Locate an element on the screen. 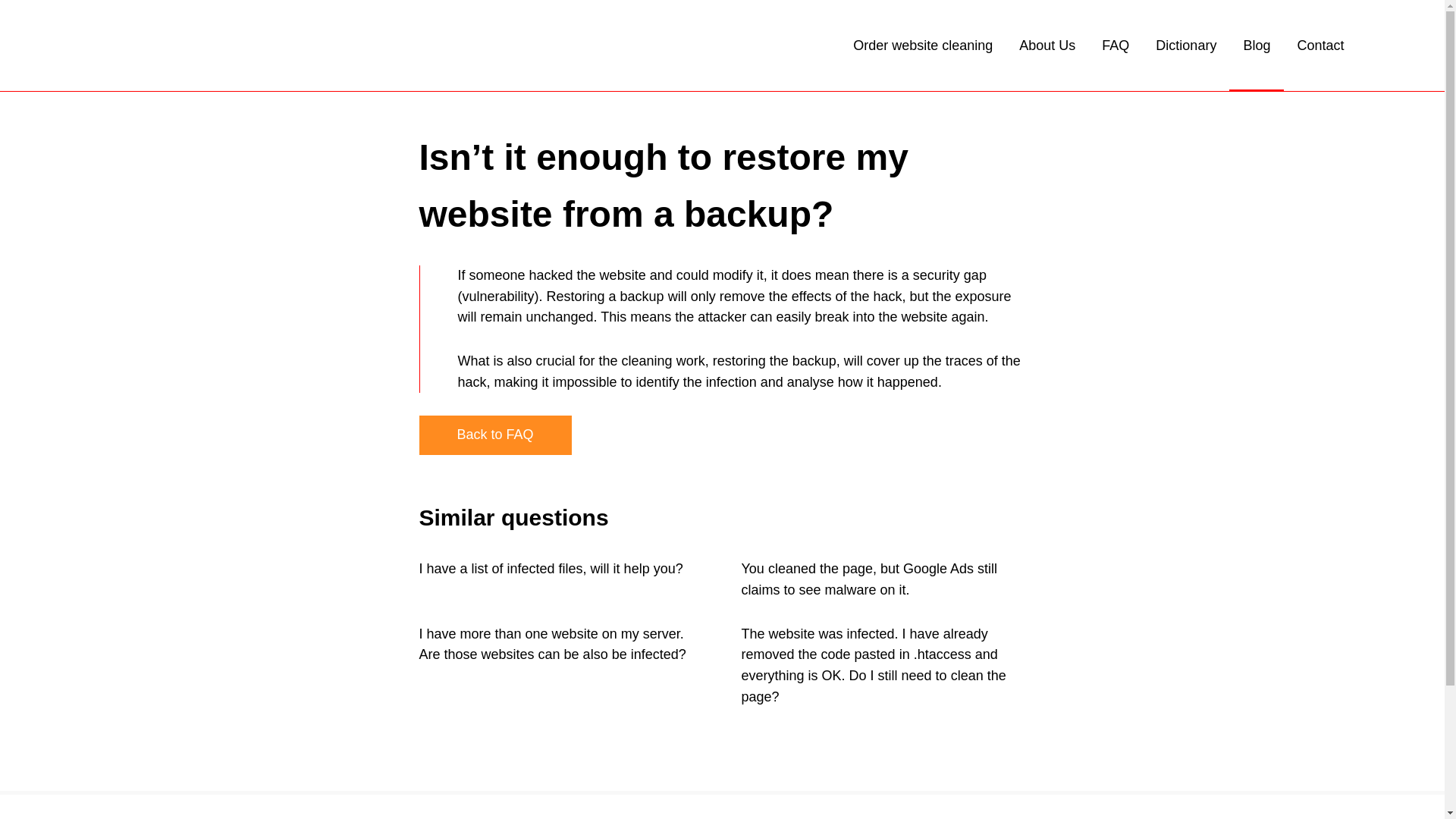  'I have a list of infected files, will it help you?' is located at coordinates (549, 568).